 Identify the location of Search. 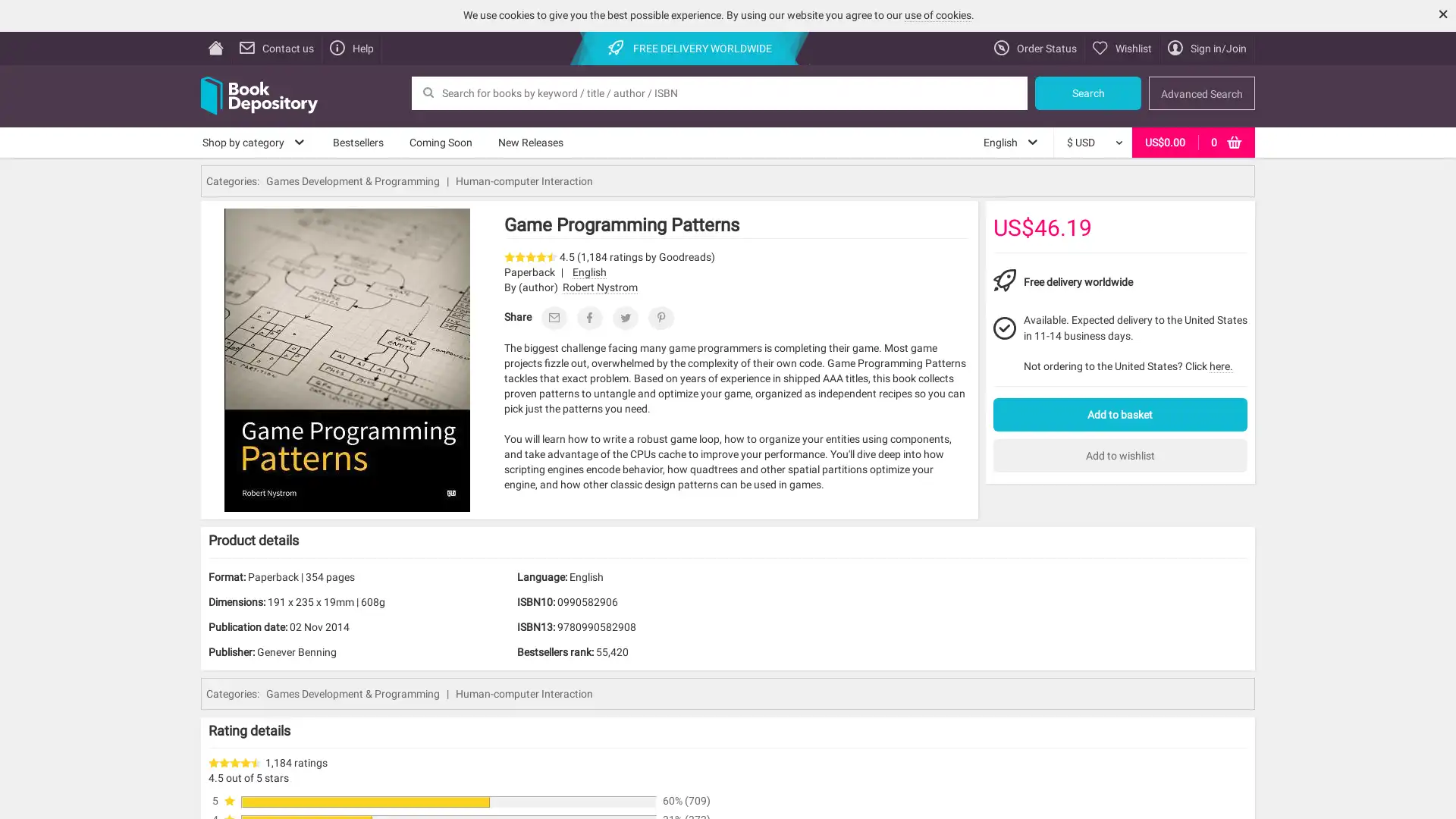
(1087, 93).